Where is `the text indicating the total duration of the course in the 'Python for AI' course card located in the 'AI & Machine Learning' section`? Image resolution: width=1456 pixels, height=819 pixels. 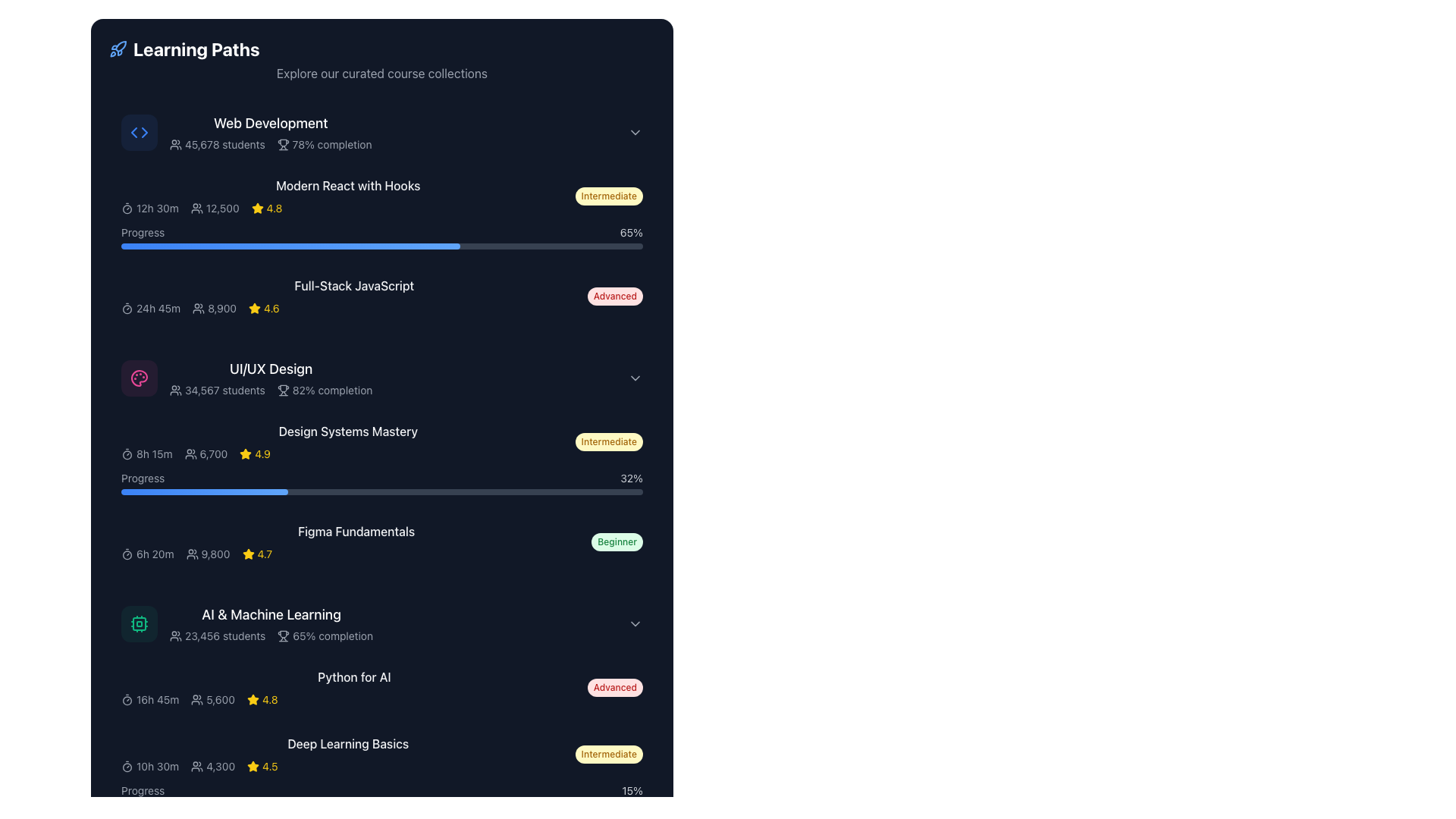 the text indicating the total duration of the course in the 'Python for AI' course card located in the 'AI & Machine Learning' section is located at coordinates (150, 699).